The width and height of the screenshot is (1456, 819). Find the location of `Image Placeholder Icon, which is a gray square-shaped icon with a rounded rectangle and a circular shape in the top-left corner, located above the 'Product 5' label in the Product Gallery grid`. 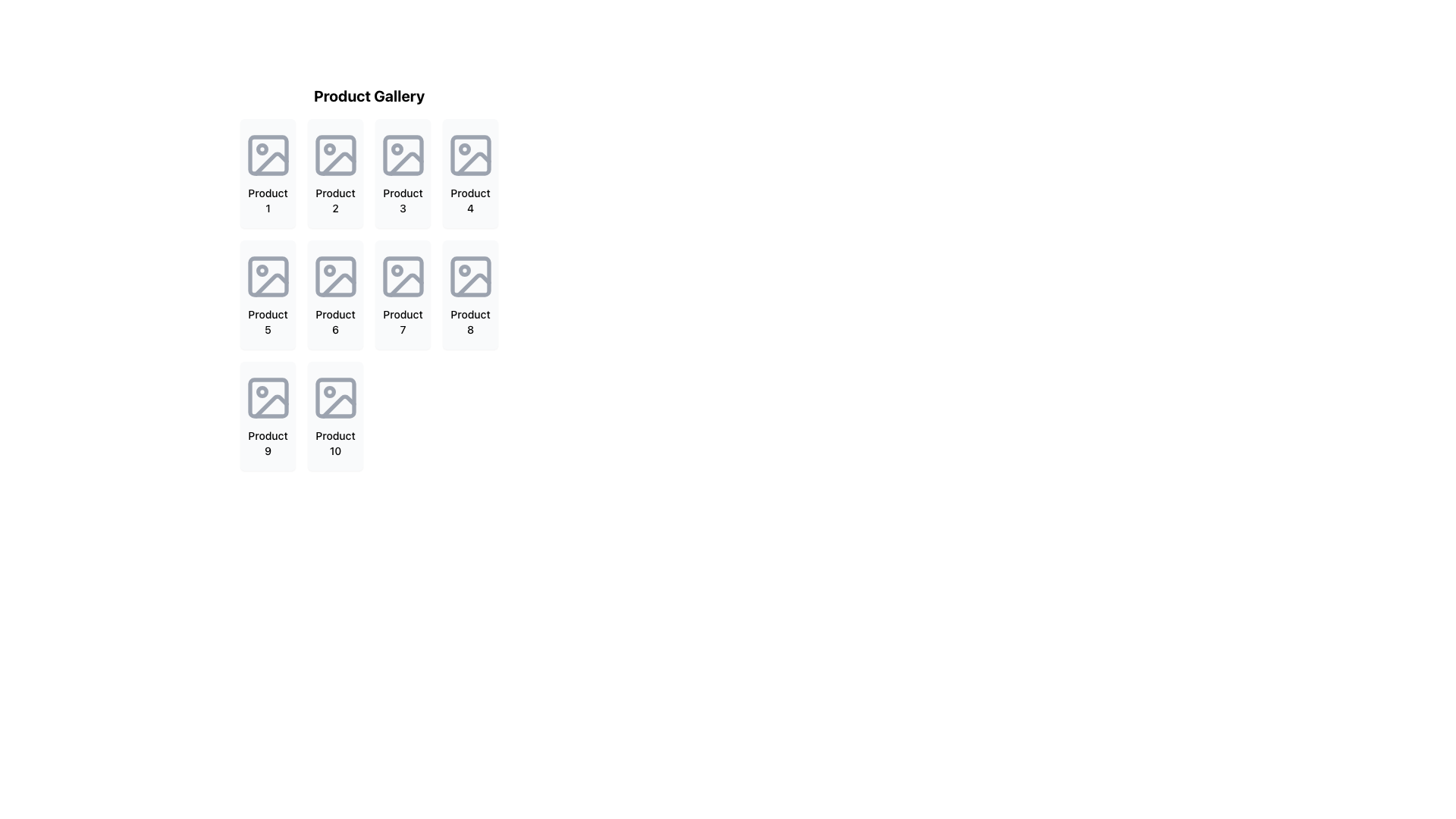

Image Placeholder Icon, which is a gray square-shaped icon with a rounded rectangle and a circular shape in the top-left corner, located above the 'Product 5' label in the Product Gallery grid is located at coordinates (268, 277).